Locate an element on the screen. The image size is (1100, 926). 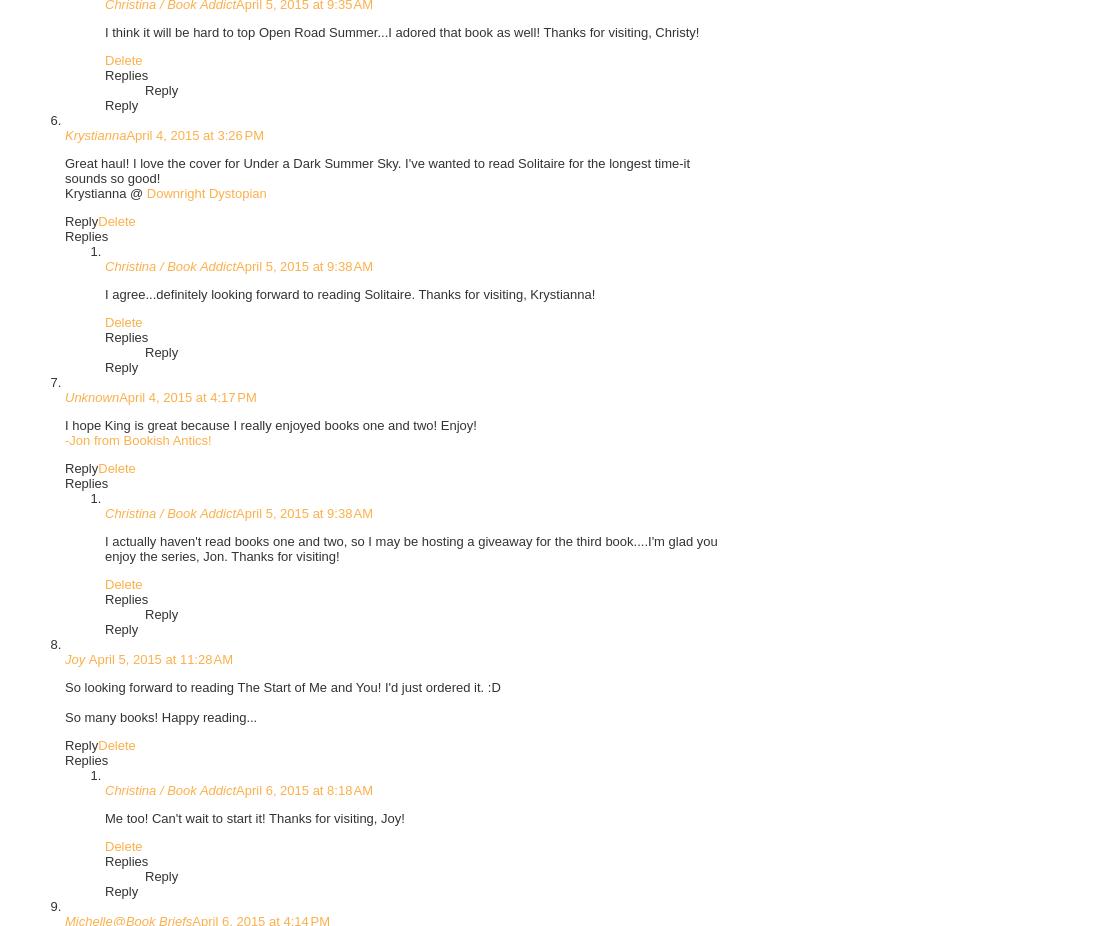
'I hope King is great because I really enjoyed books one and two! Enjoy!' is located at coordinates (270, 424).